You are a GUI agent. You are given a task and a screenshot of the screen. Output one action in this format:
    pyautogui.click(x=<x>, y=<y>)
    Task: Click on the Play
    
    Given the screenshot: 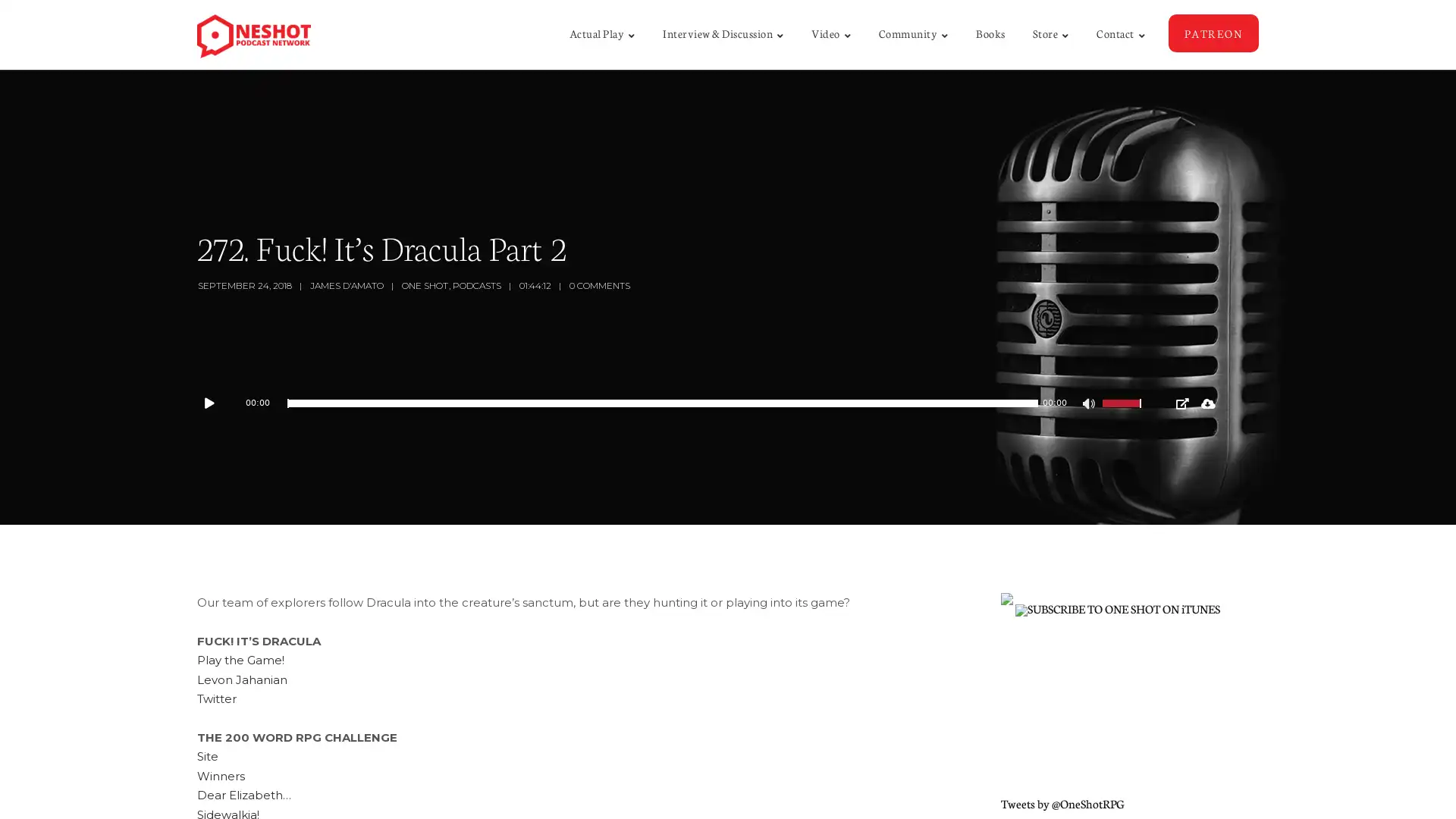 What is the action you would take?
    pyautogui.click(x=216, y=403)
    